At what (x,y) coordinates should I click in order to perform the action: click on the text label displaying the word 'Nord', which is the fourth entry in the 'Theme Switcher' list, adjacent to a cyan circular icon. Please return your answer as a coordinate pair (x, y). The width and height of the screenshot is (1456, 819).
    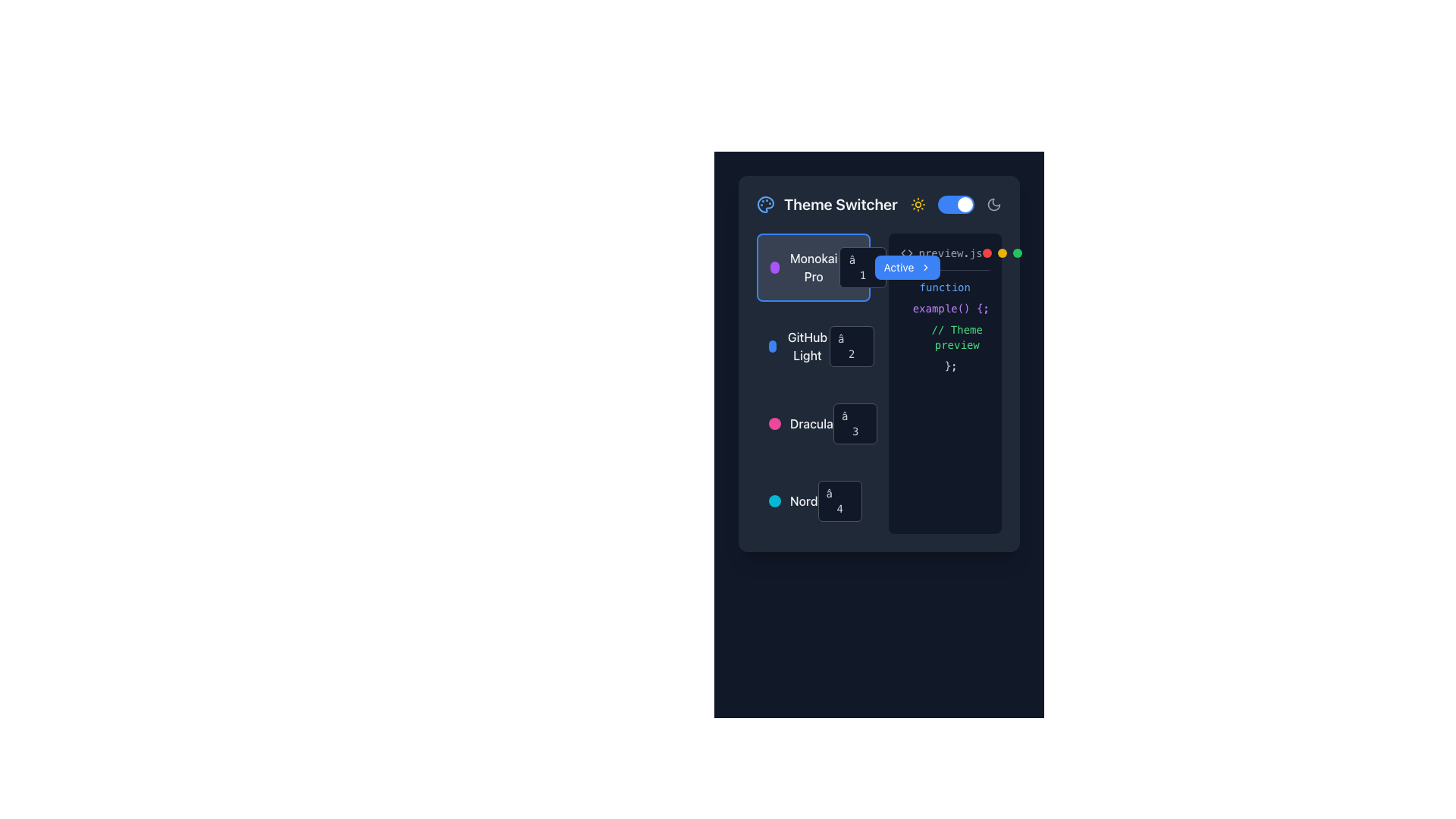
    Looking at the image, I should click on (803, 500).